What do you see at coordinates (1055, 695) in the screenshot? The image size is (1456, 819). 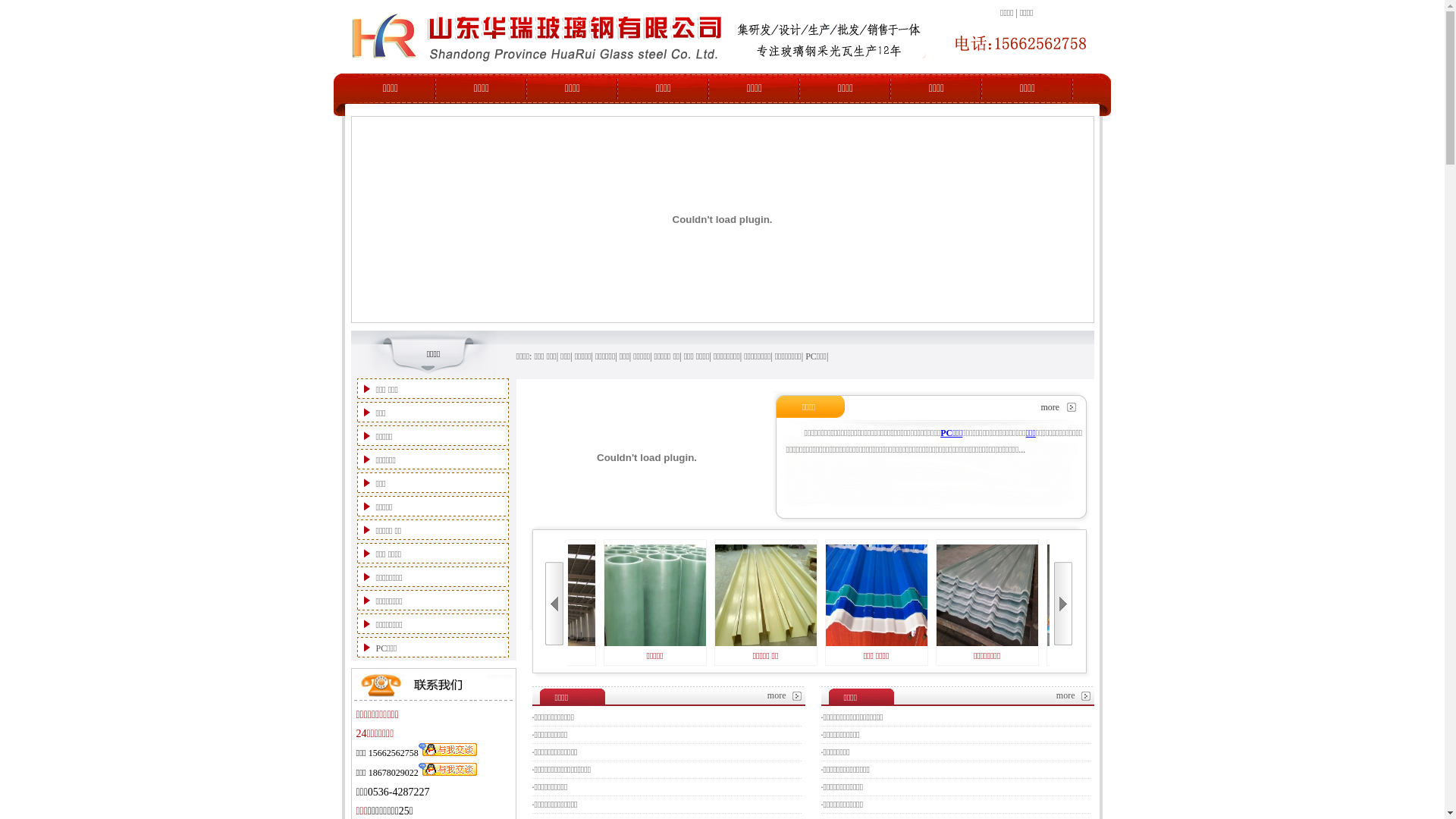 I see `'more'` at bounding box center [1055, 695].